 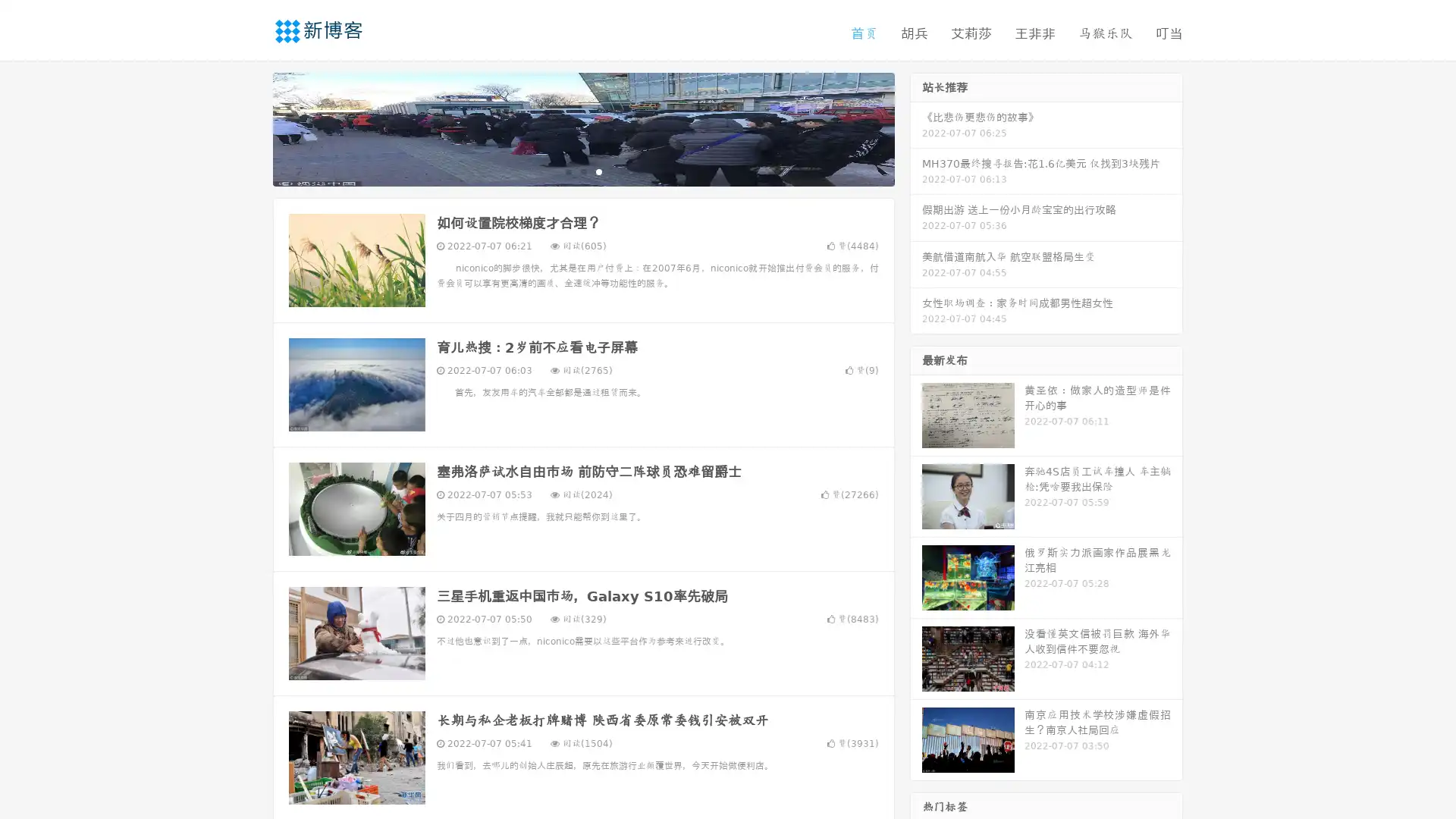 I want to click on Next slide, so click(x=916, y=127).